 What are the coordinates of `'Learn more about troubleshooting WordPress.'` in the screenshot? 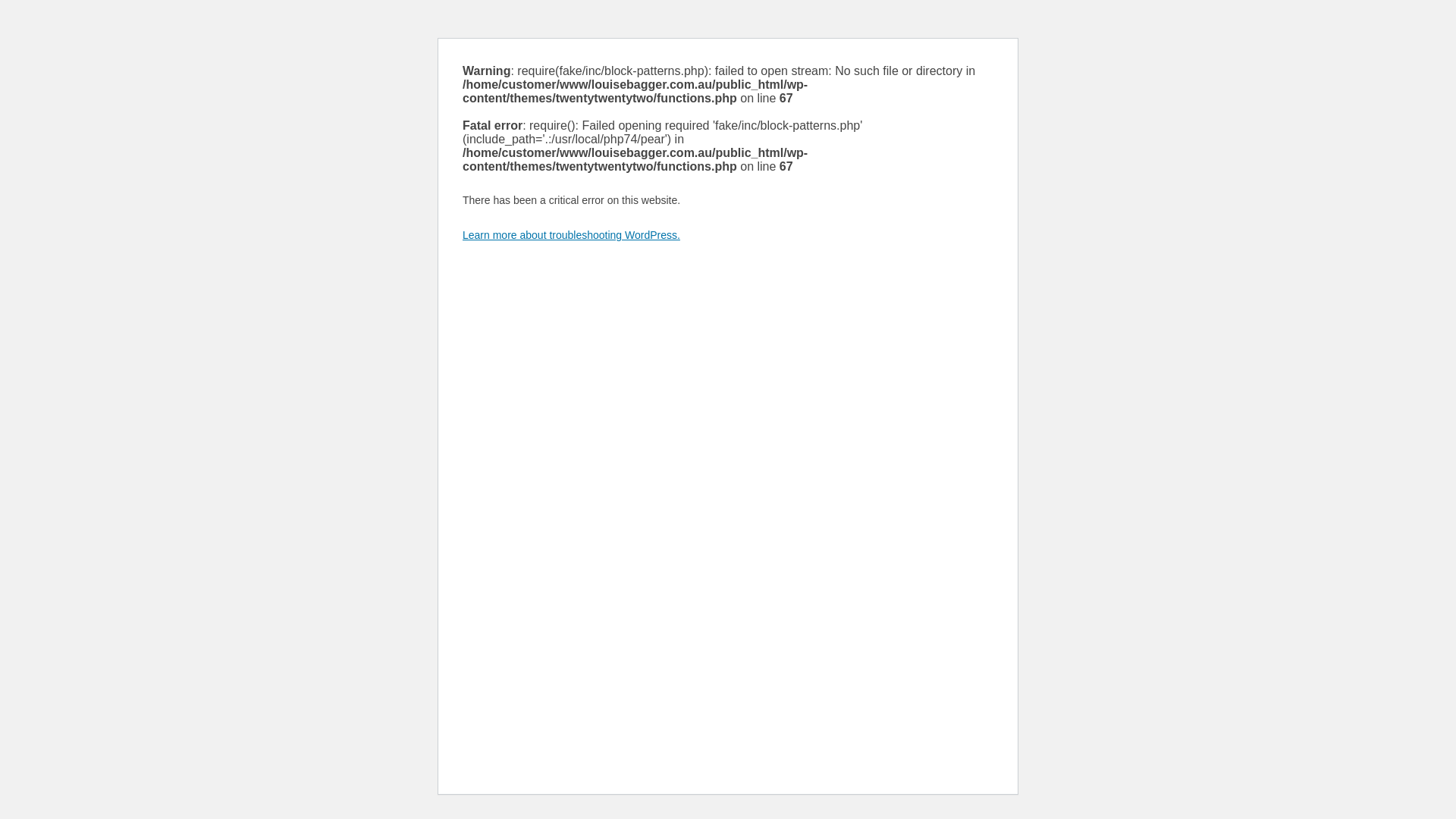 It's located at (570, 234).